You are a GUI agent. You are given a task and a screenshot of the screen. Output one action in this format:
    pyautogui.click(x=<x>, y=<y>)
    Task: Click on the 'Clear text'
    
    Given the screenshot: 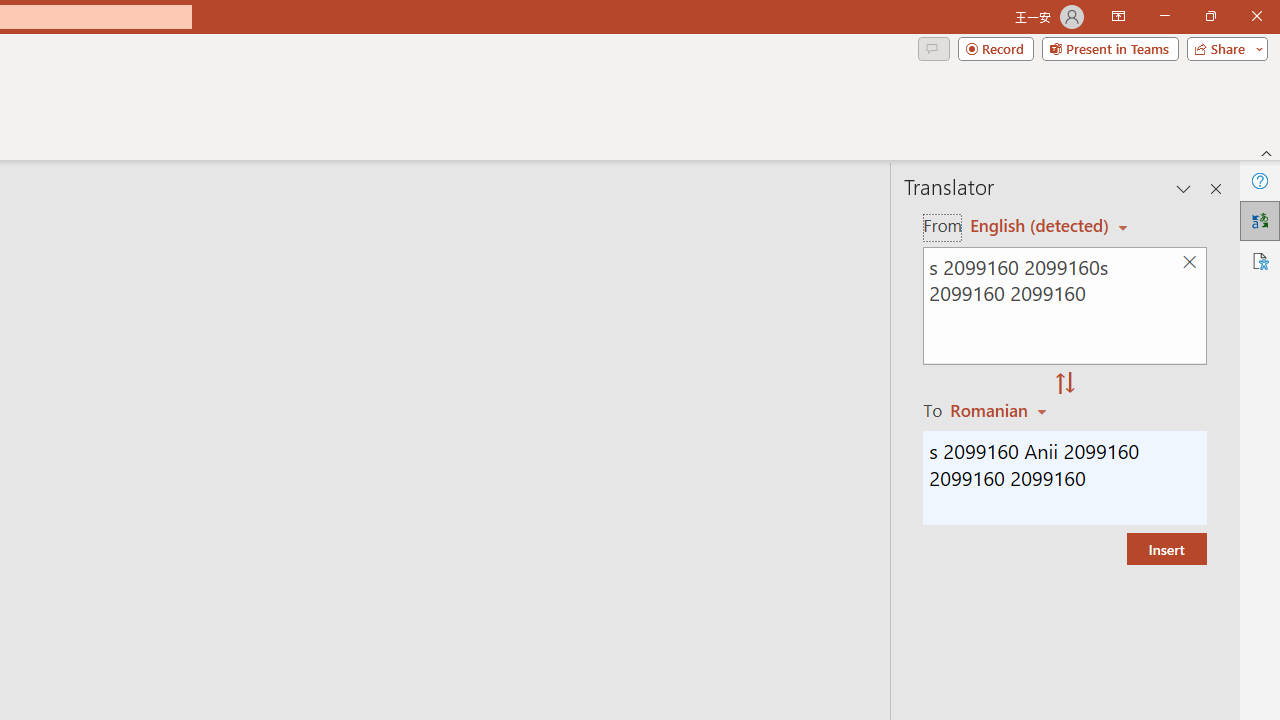 What is the action you would take?
    pyautogui.click(x=1189, y=262)
    